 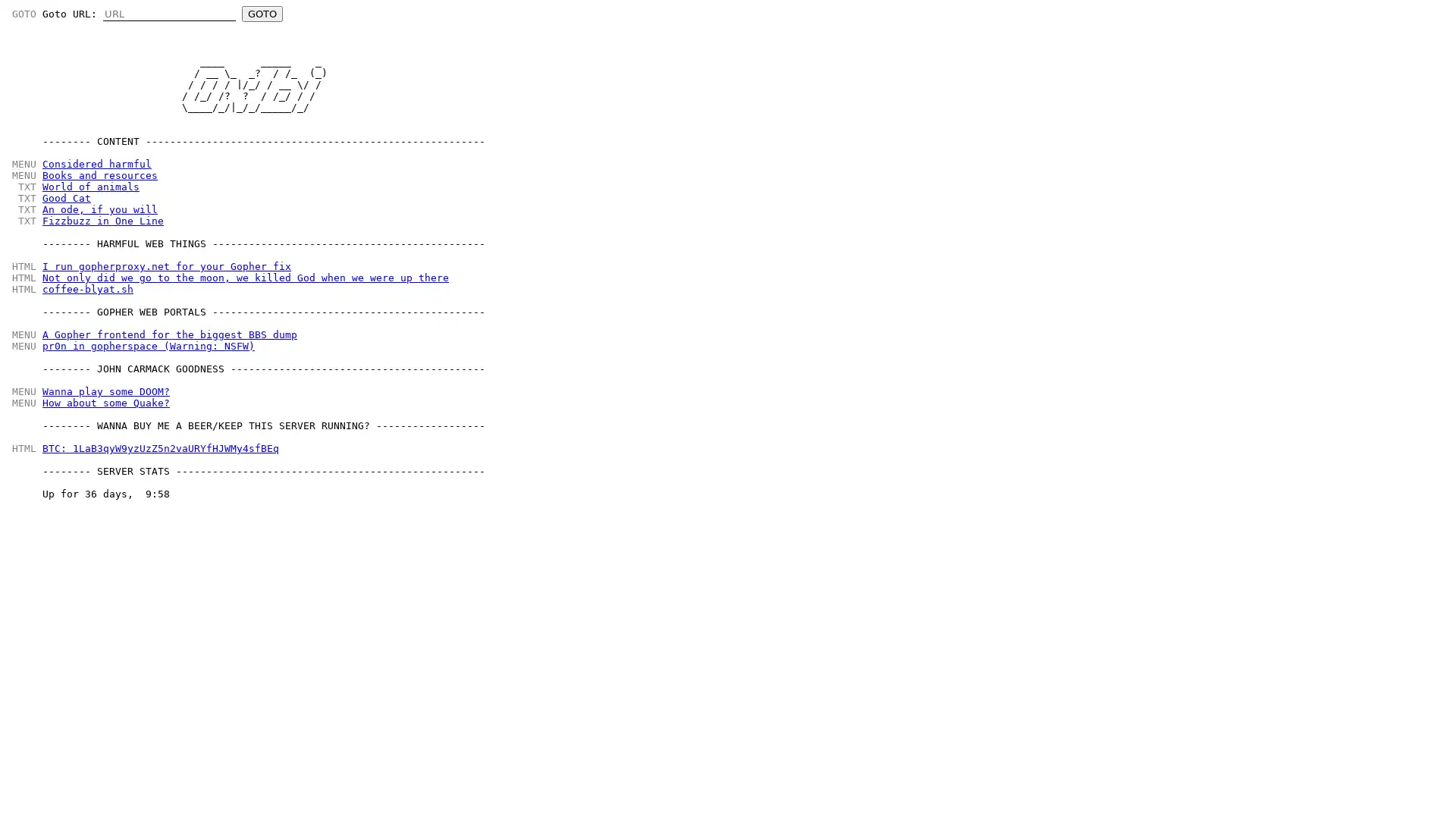 I want to click on GOTO, so click(x=262, y=14).